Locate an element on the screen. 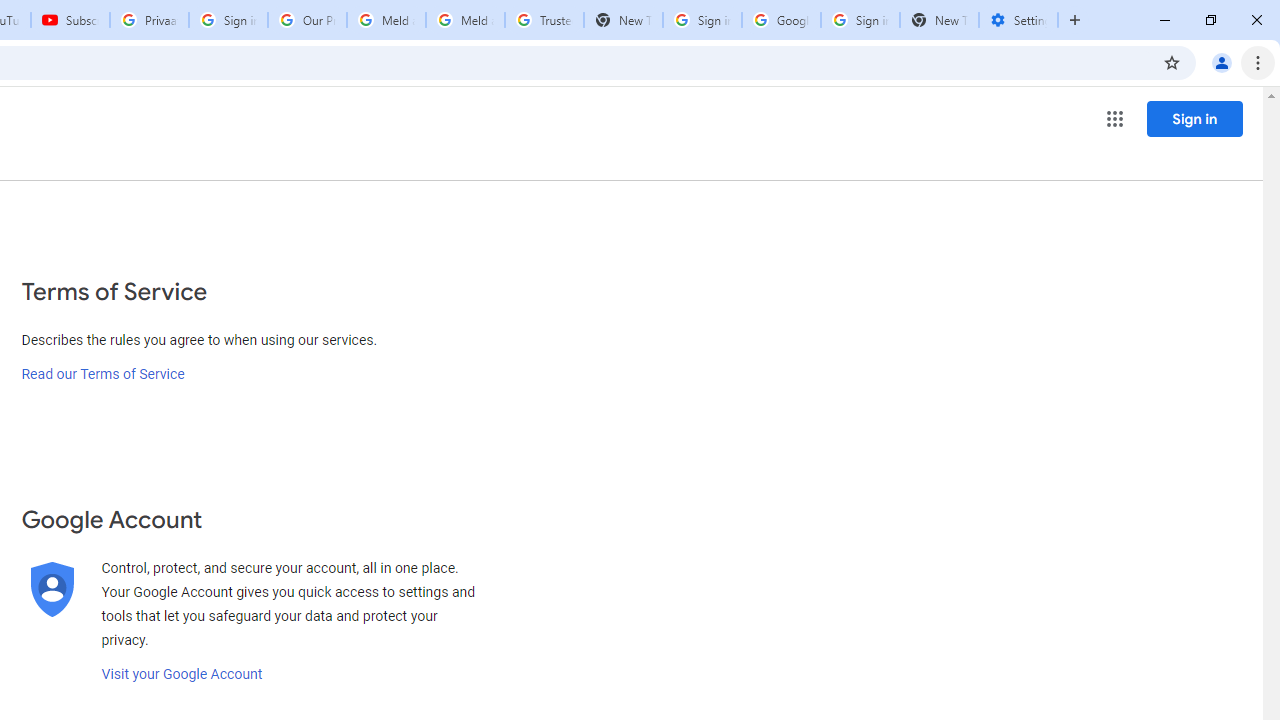 The width and height of the screenshot is (1280, 720). 'Sign in - Google Accounts' is located at coordinates (702, 20).